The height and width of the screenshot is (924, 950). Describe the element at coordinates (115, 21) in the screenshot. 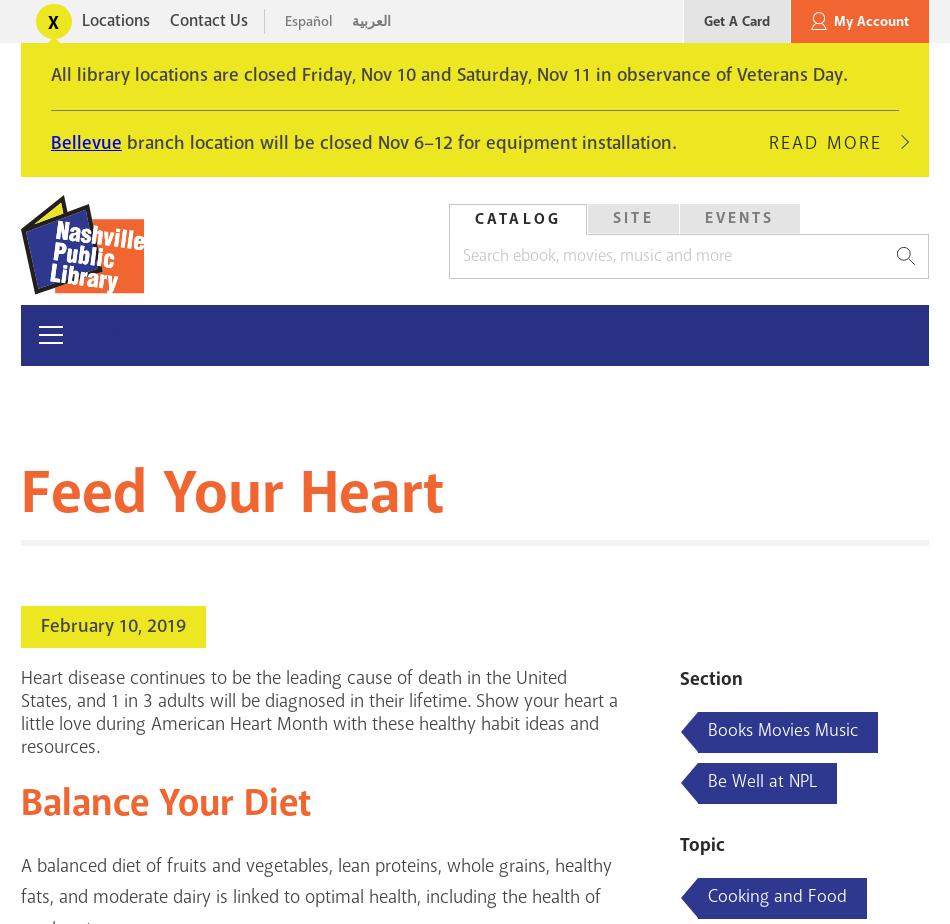

I see `'Locations'` at that location.